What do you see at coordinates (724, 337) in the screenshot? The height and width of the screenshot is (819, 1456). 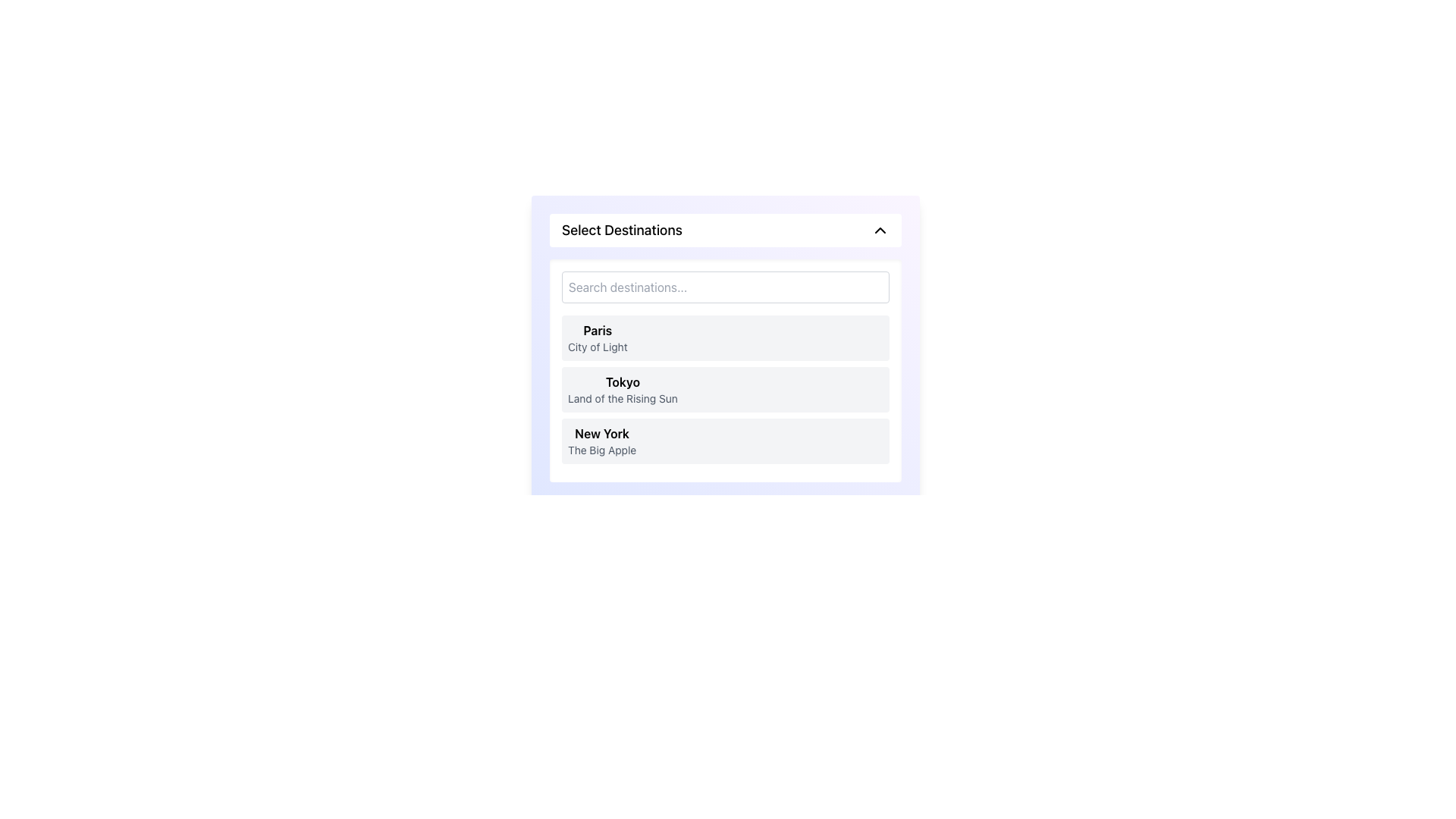 I see `the selectable list item labeled 'Paris' with the subtitle 'City of Light'` at bounding box center [724, 337].